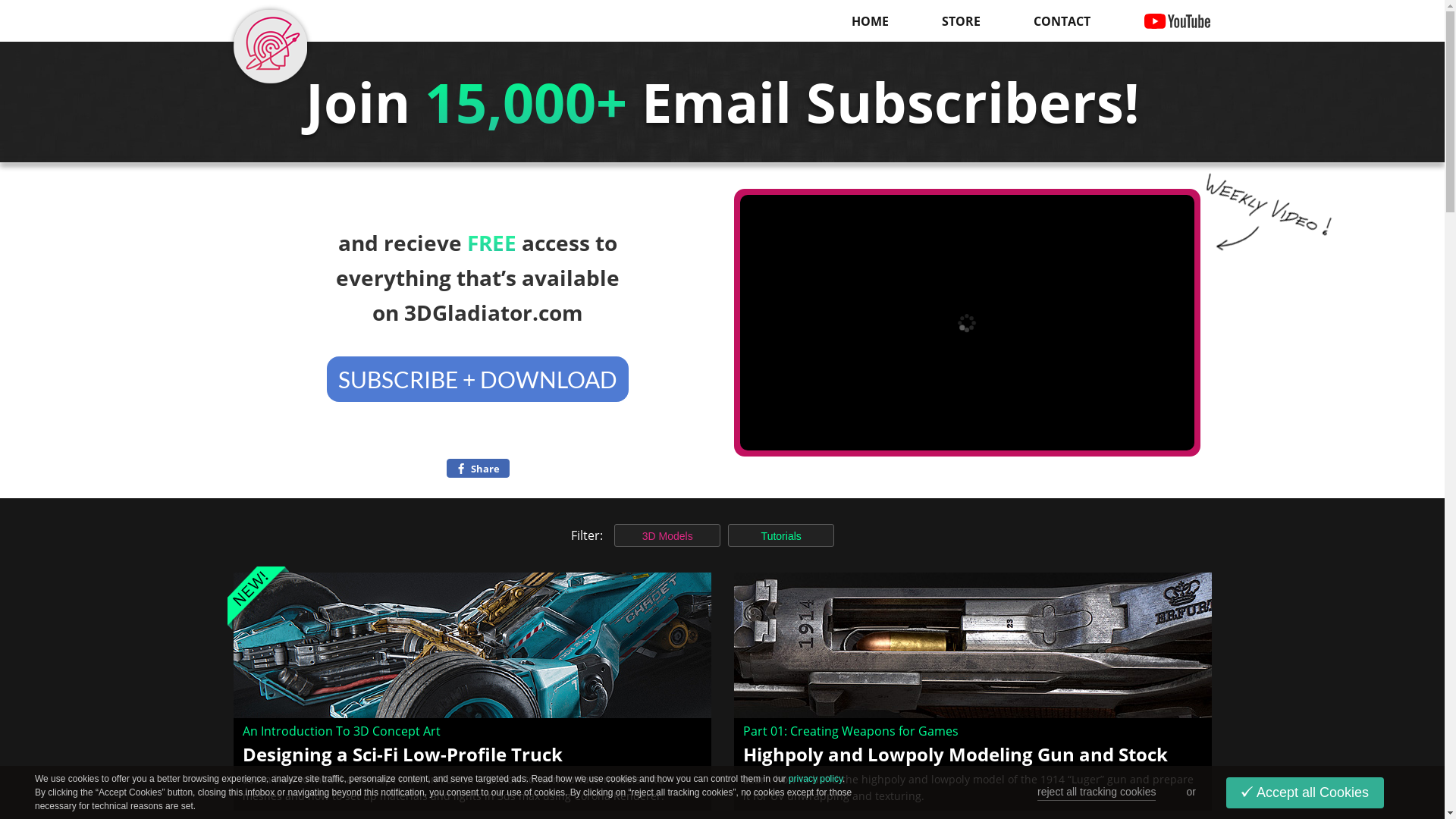 Image resolution: width=1456 pixels, height=819 pixels. I want to click on 'Tutorials', so click(728, 534).